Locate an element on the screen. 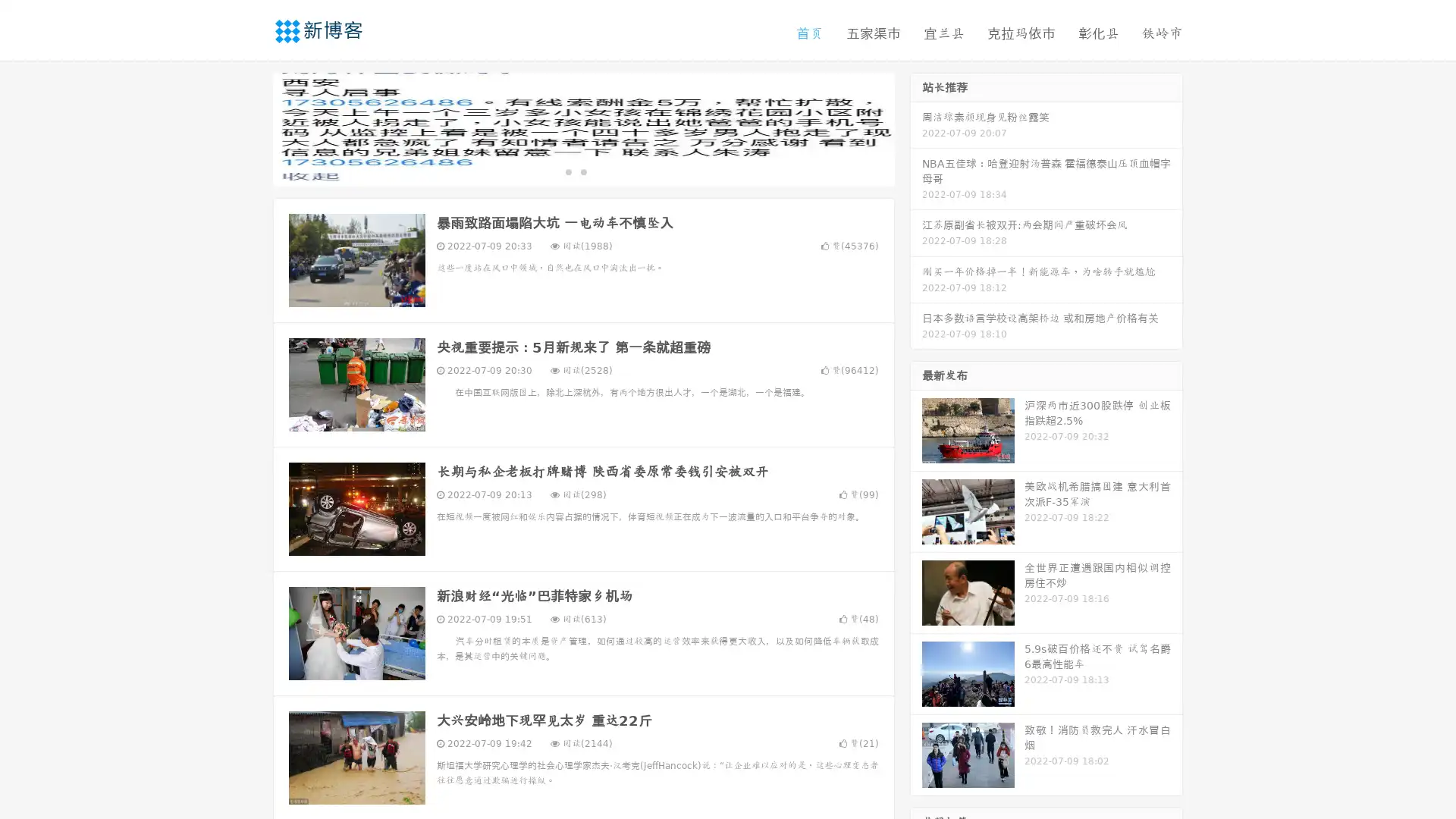  Go to slide 2 is located at coordinates (582, 171).